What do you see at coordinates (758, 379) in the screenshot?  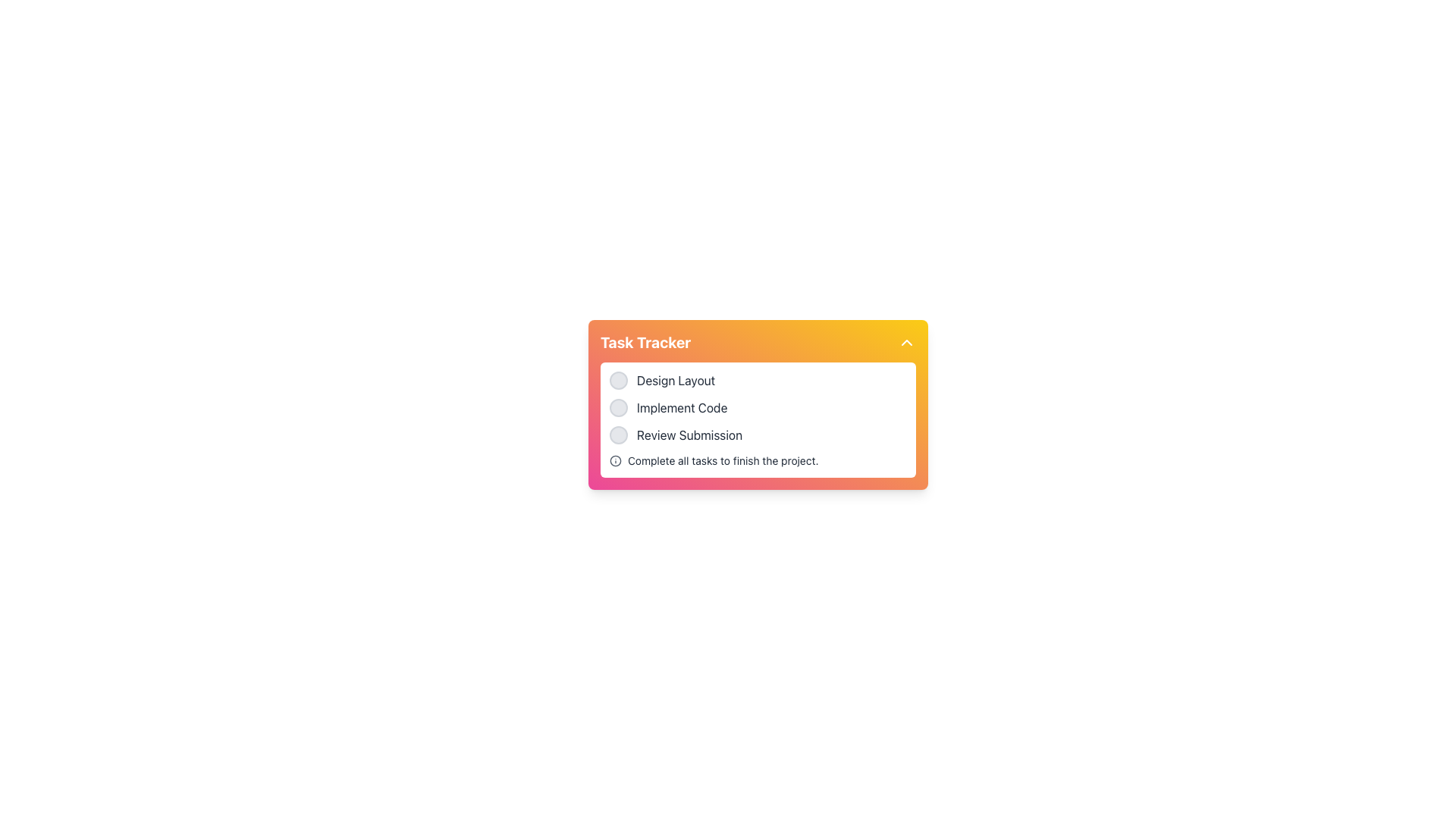 I see `the radio button for the 'Design Layout' task item in the task tracking widget to mark it as selected` at bounding box center [758, 379].